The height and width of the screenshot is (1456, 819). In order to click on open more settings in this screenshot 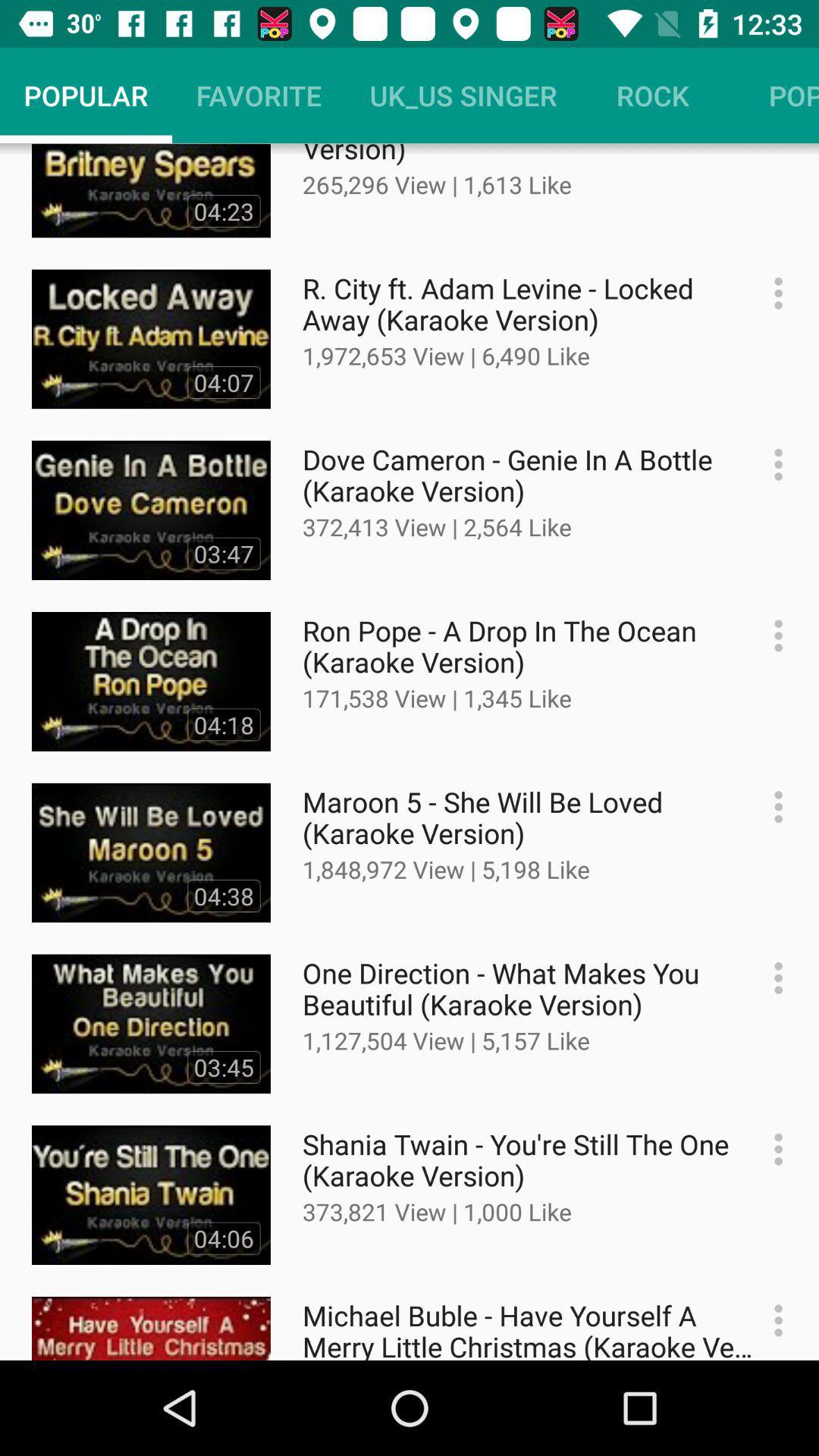, I will do `click(770, 978)`.